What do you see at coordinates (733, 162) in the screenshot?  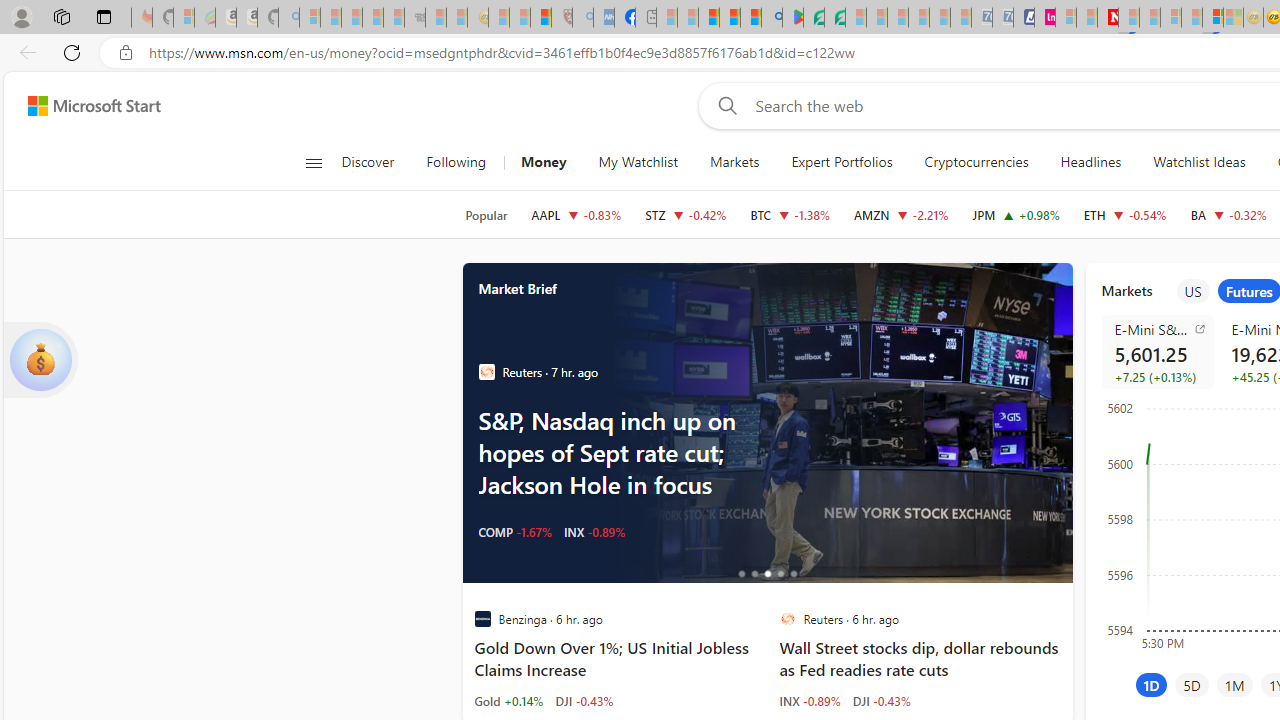 I see `'Markets'` at bounding box center [733, 162].